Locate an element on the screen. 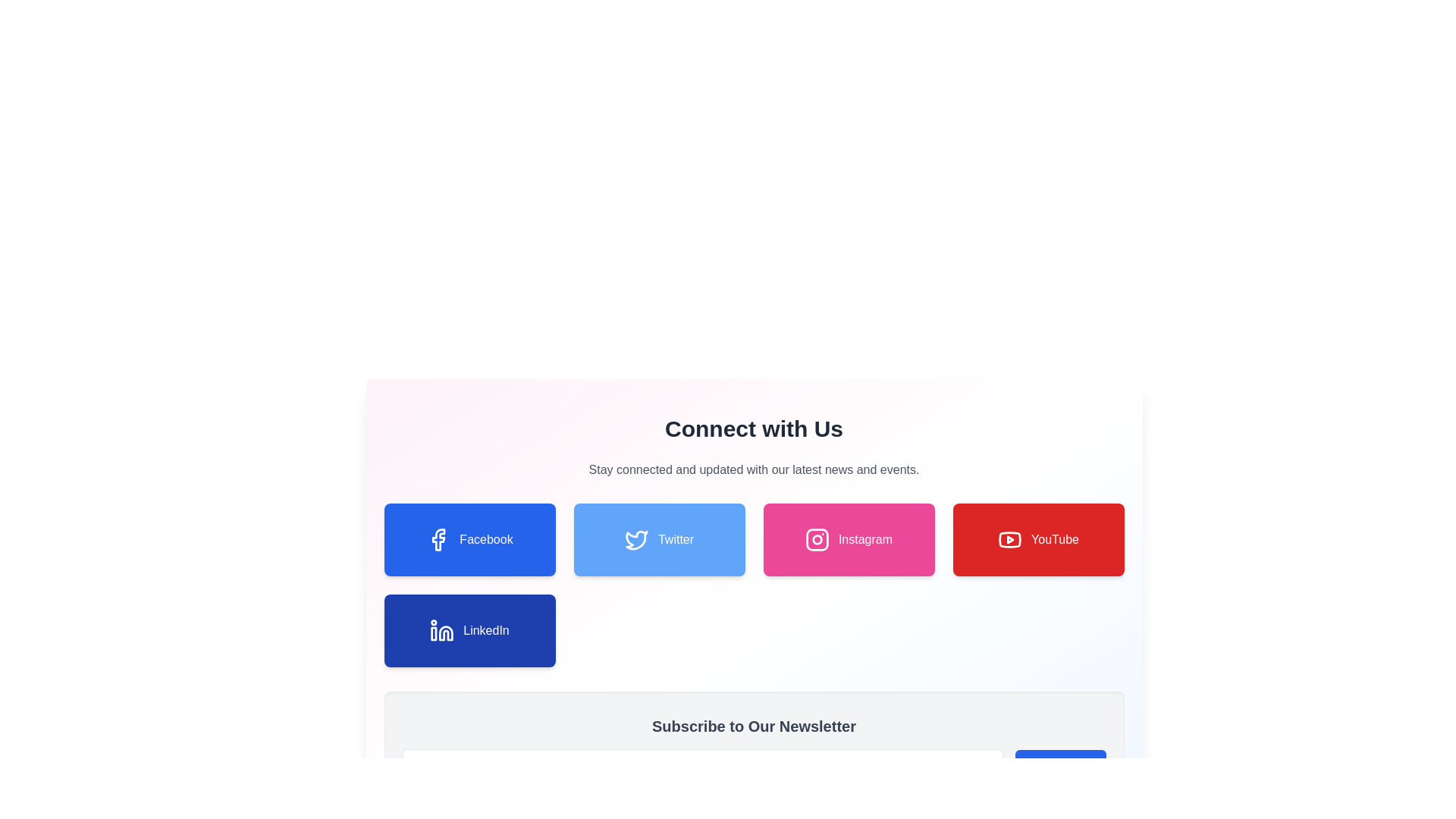 The image size is (1456, 819). the Text element that provides a short, descriptive message about staying updated and connected, located centrally below the header 'Connect with Us' is located at coordinates (754, 469).